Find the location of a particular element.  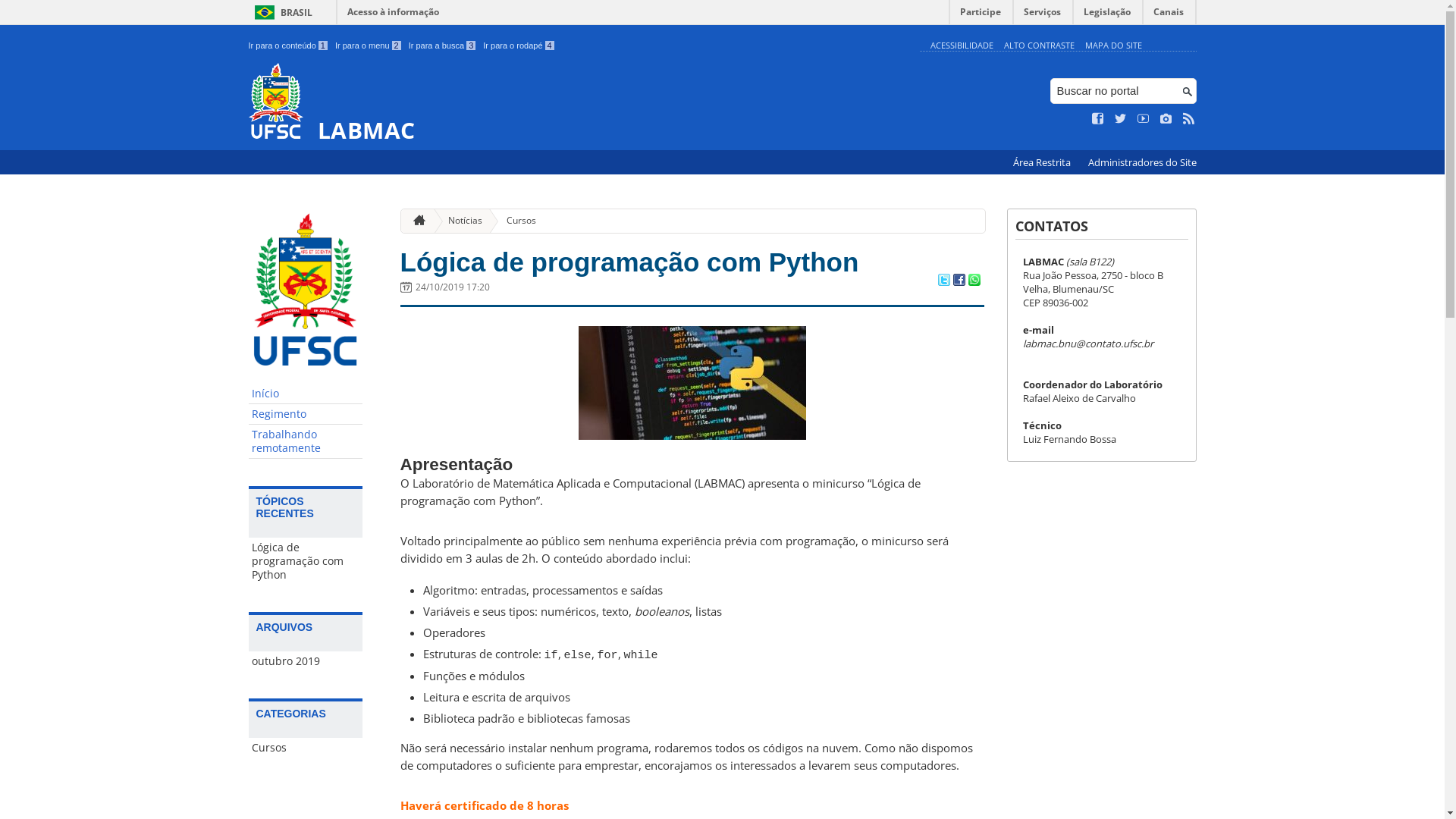

'Participe' is located at coordinates (949, 15).